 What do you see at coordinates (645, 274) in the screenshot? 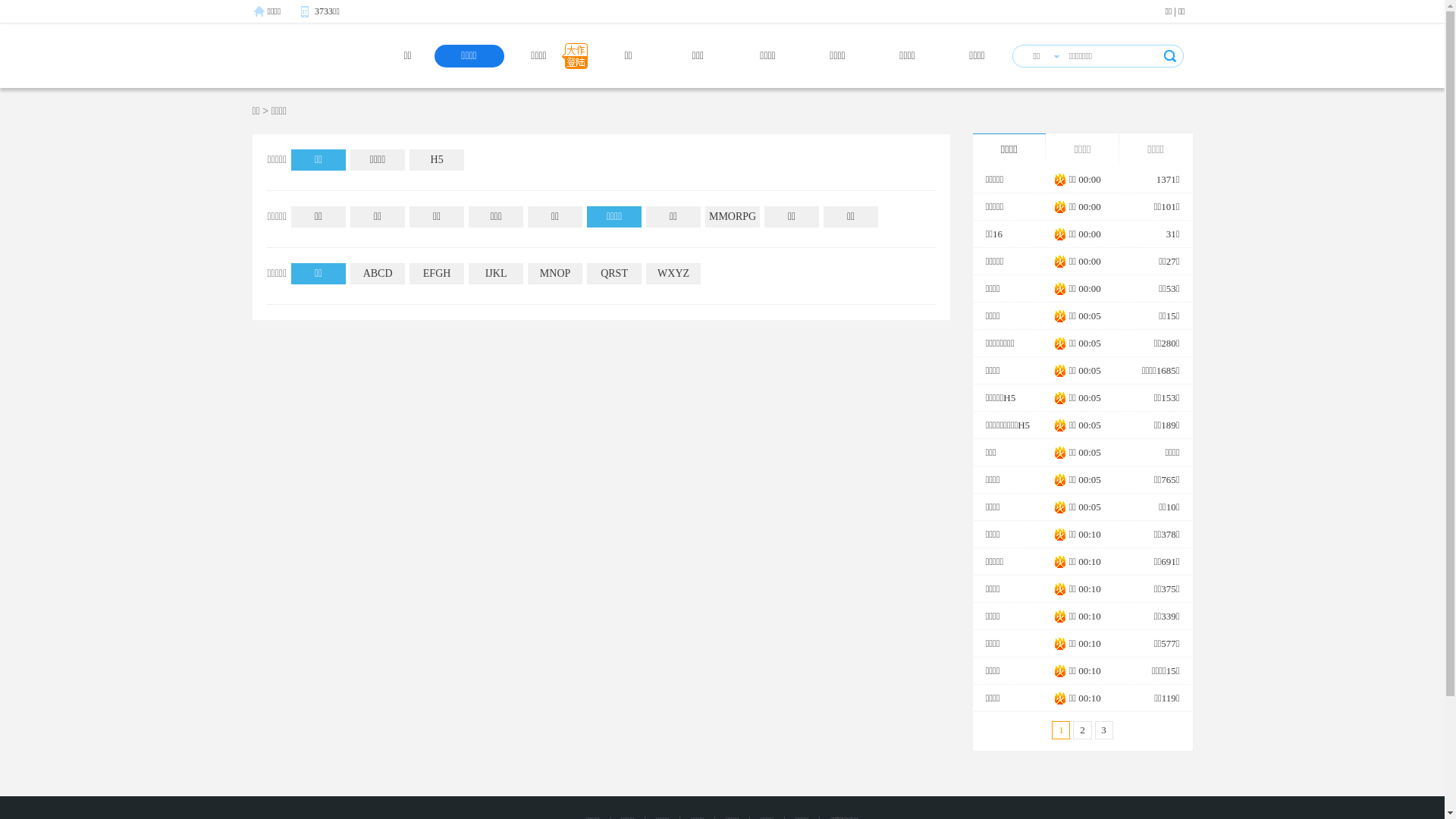
I see `'WXYZ'` at bounding box center [645, 274].